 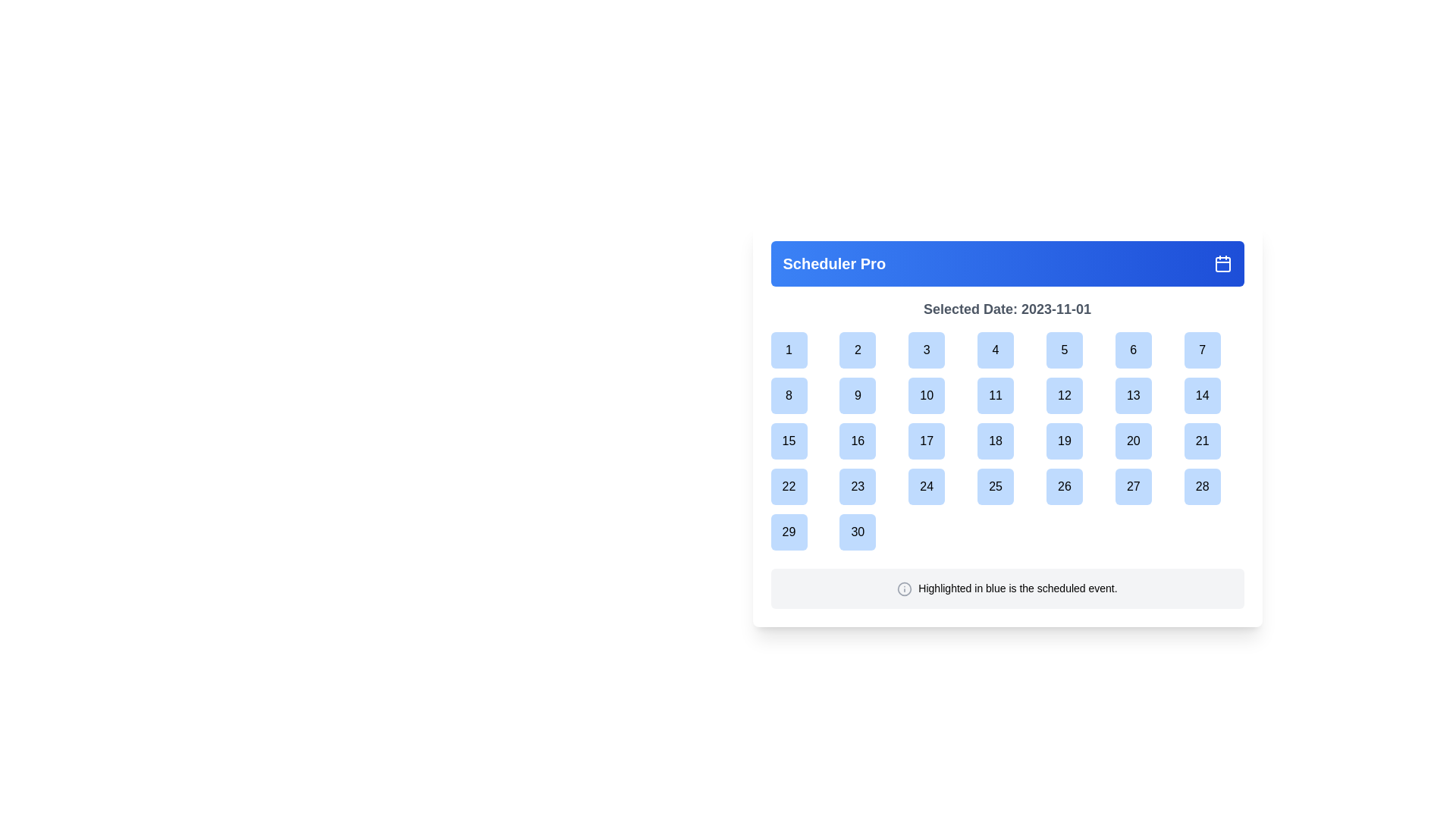 I want to click on the button representing the 29th day in the calendar layout, located in the fifth row and first column, to trigger hover effects, so click(x=789, y=532).